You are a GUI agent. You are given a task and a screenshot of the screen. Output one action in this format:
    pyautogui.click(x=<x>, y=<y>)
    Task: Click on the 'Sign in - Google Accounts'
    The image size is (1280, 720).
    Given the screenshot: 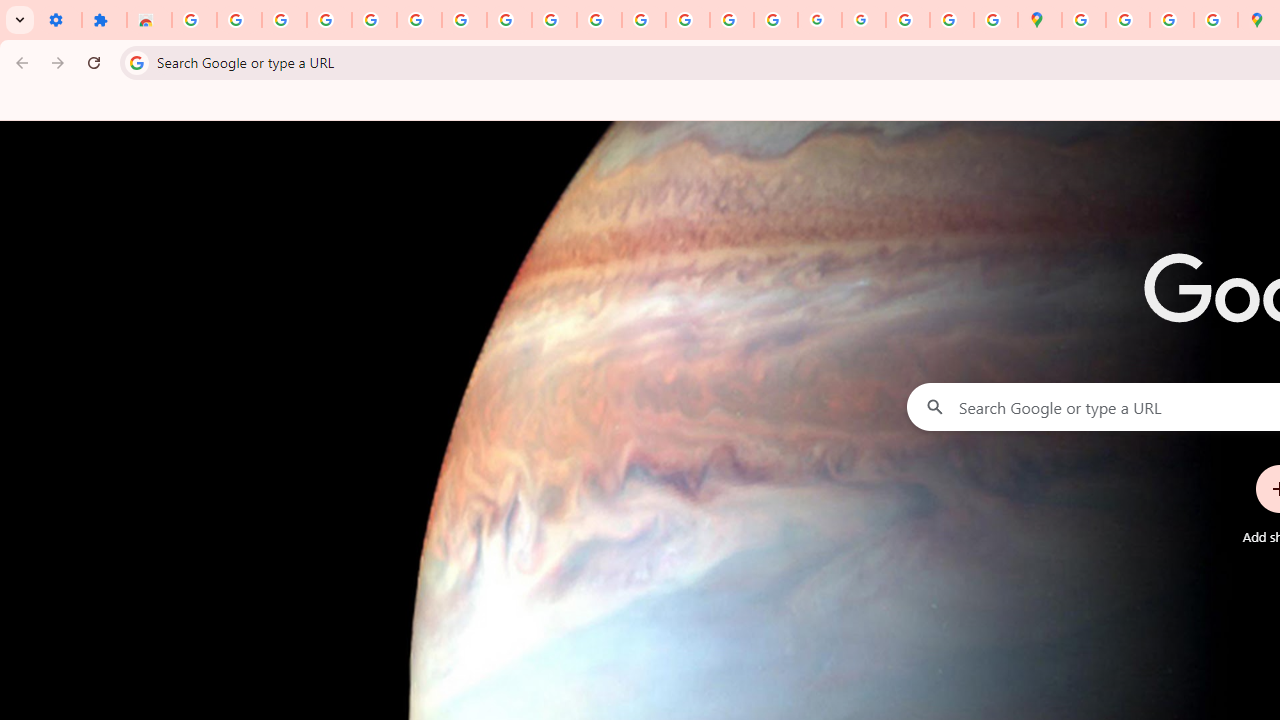 What is the action you would take?
    pyautogui.click(x=194, y=20)
    